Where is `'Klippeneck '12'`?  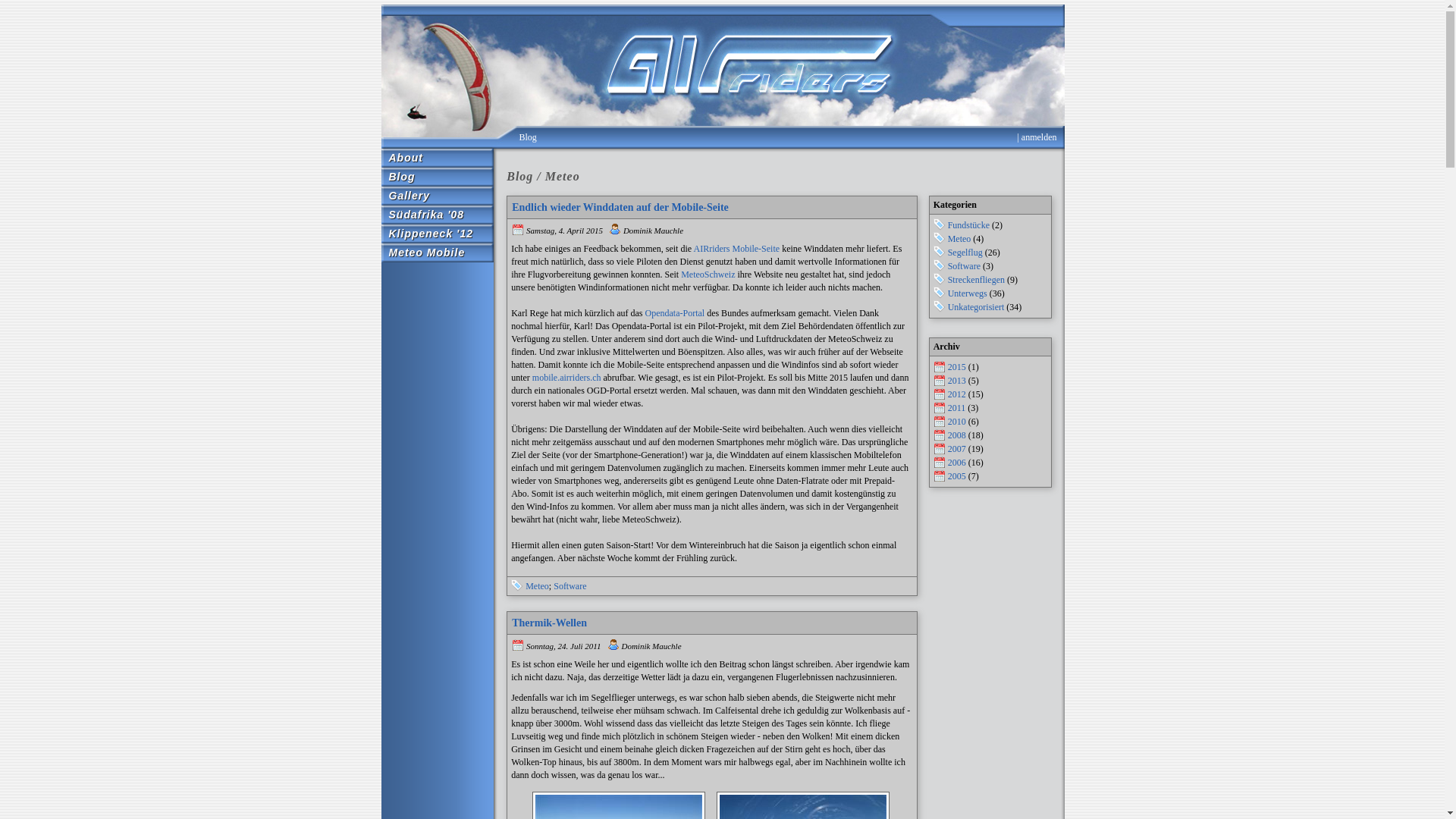 'Klippeneck '12' is located at coordinates (436, 232).